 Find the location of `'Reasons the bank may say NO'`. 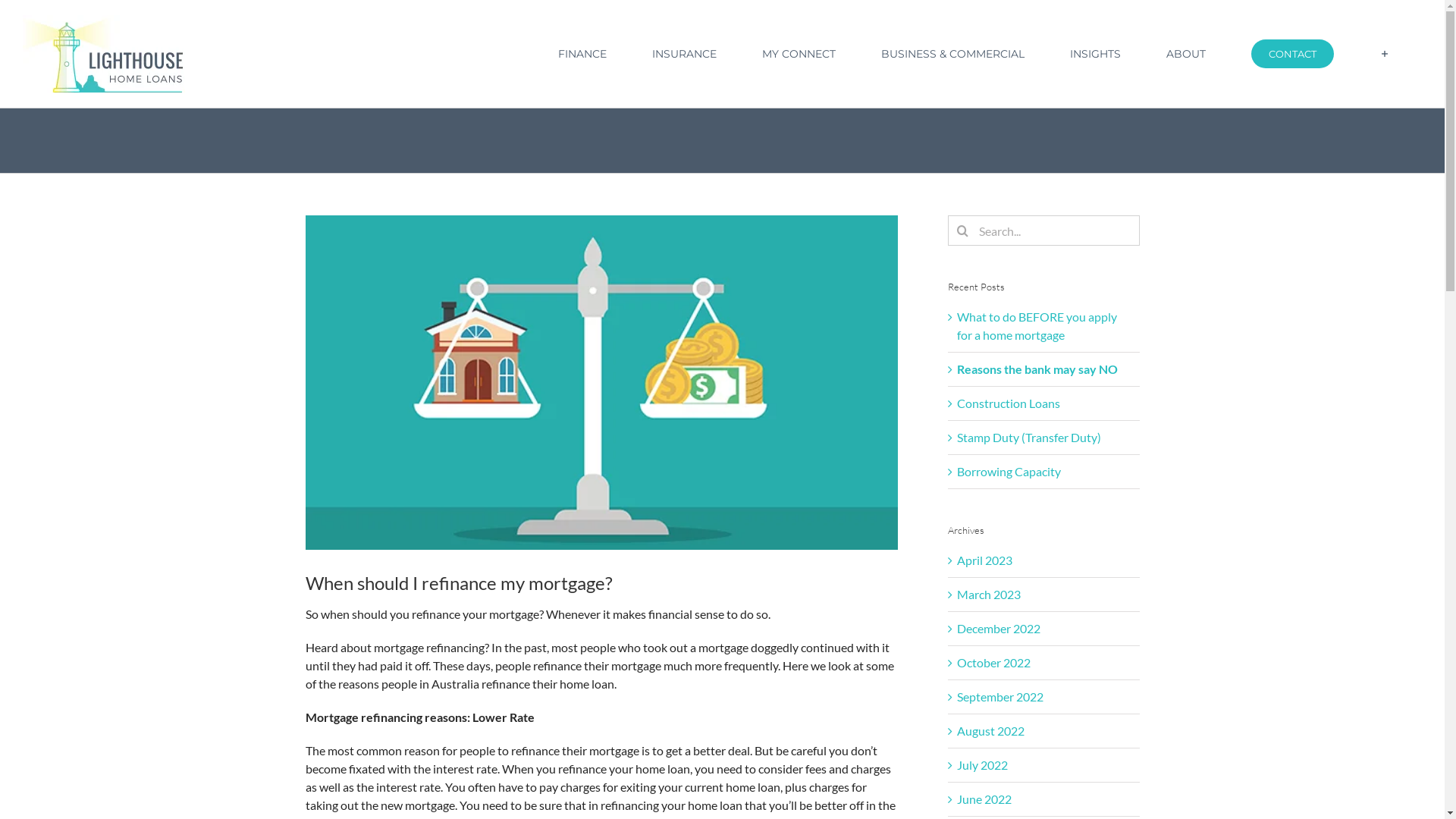

'Reasons the bank may say NO' is located at coordinates (1037, 369).